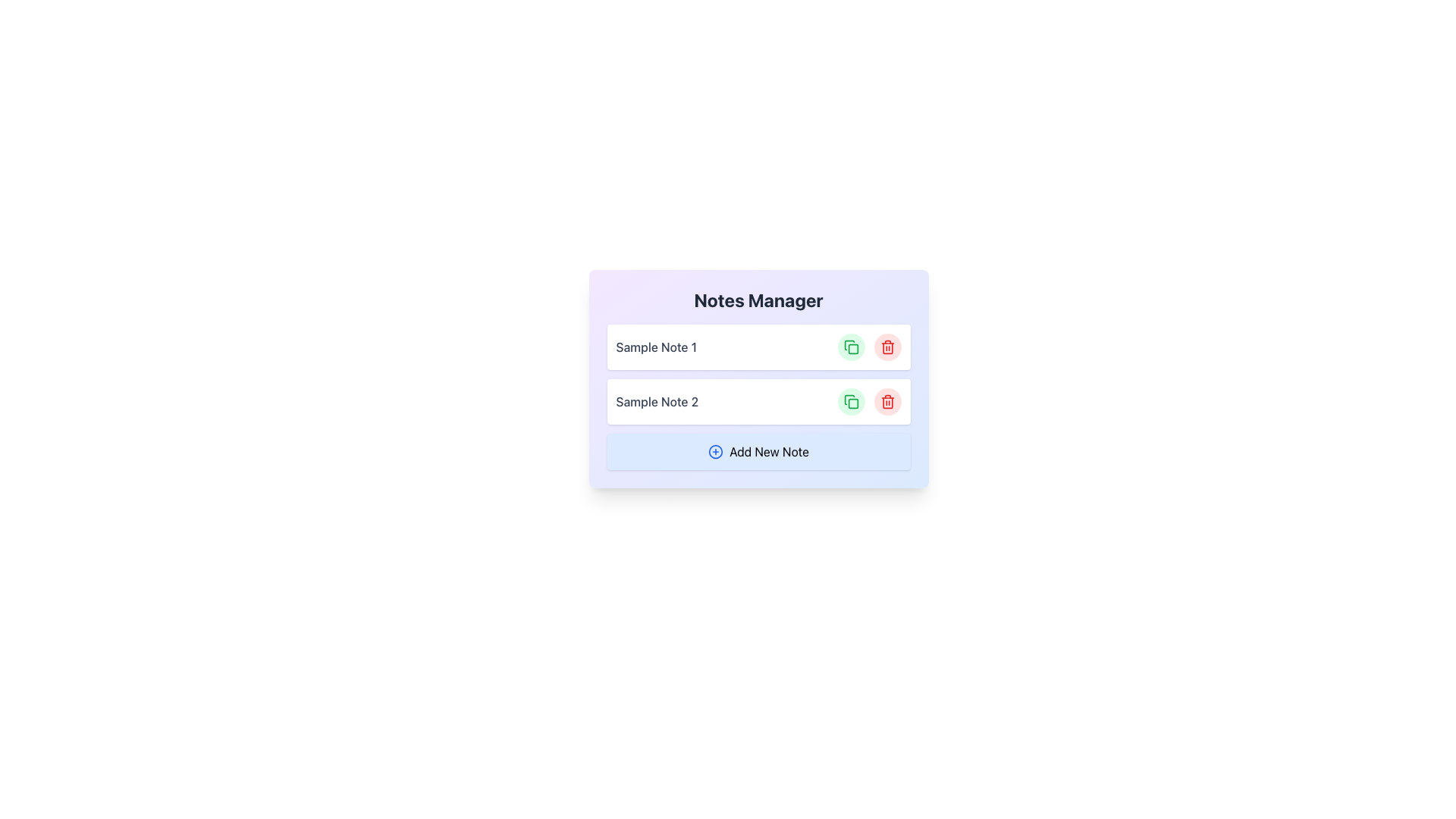 Image resolution: width=1456 pixels, height=819 pixels. I want to click on the red circular button with a trash can icon, so click(887, 400).